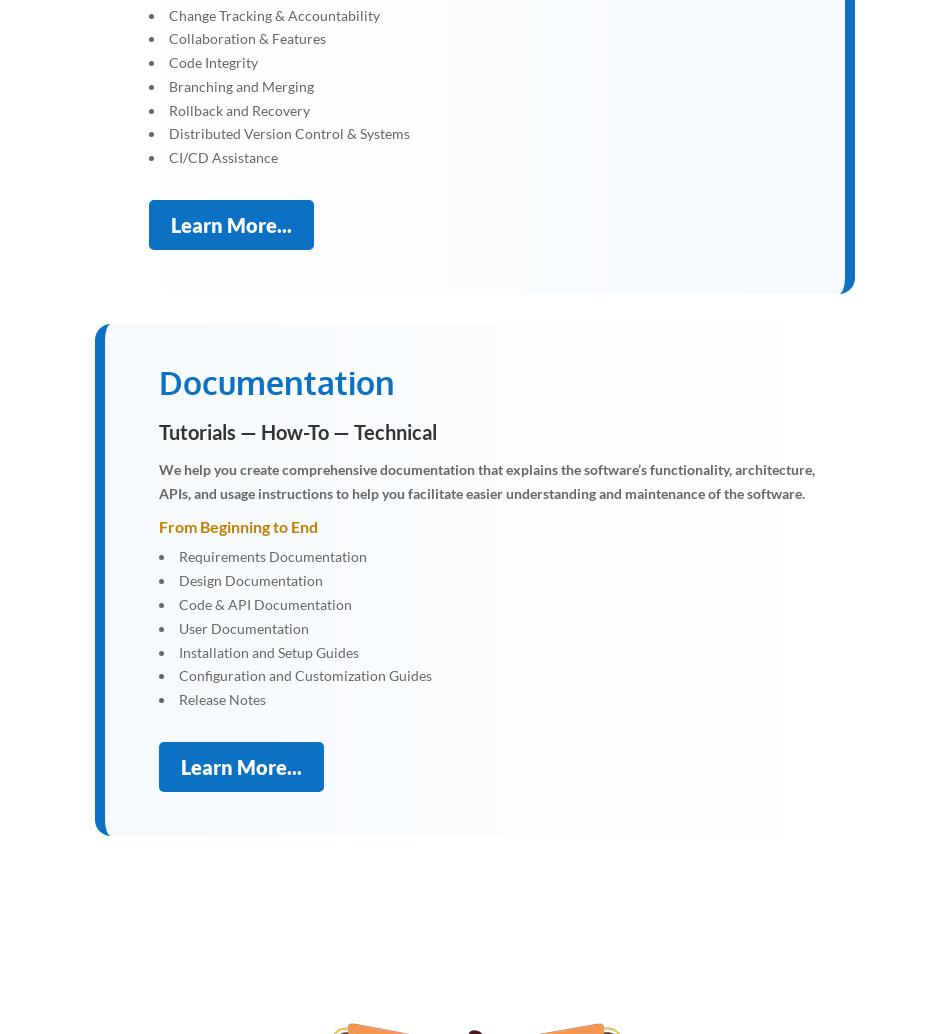  What do you see at coordinates (249, 580) in the screenshot?
I see `'Design Documentation'` at bounding box center [249, 580].